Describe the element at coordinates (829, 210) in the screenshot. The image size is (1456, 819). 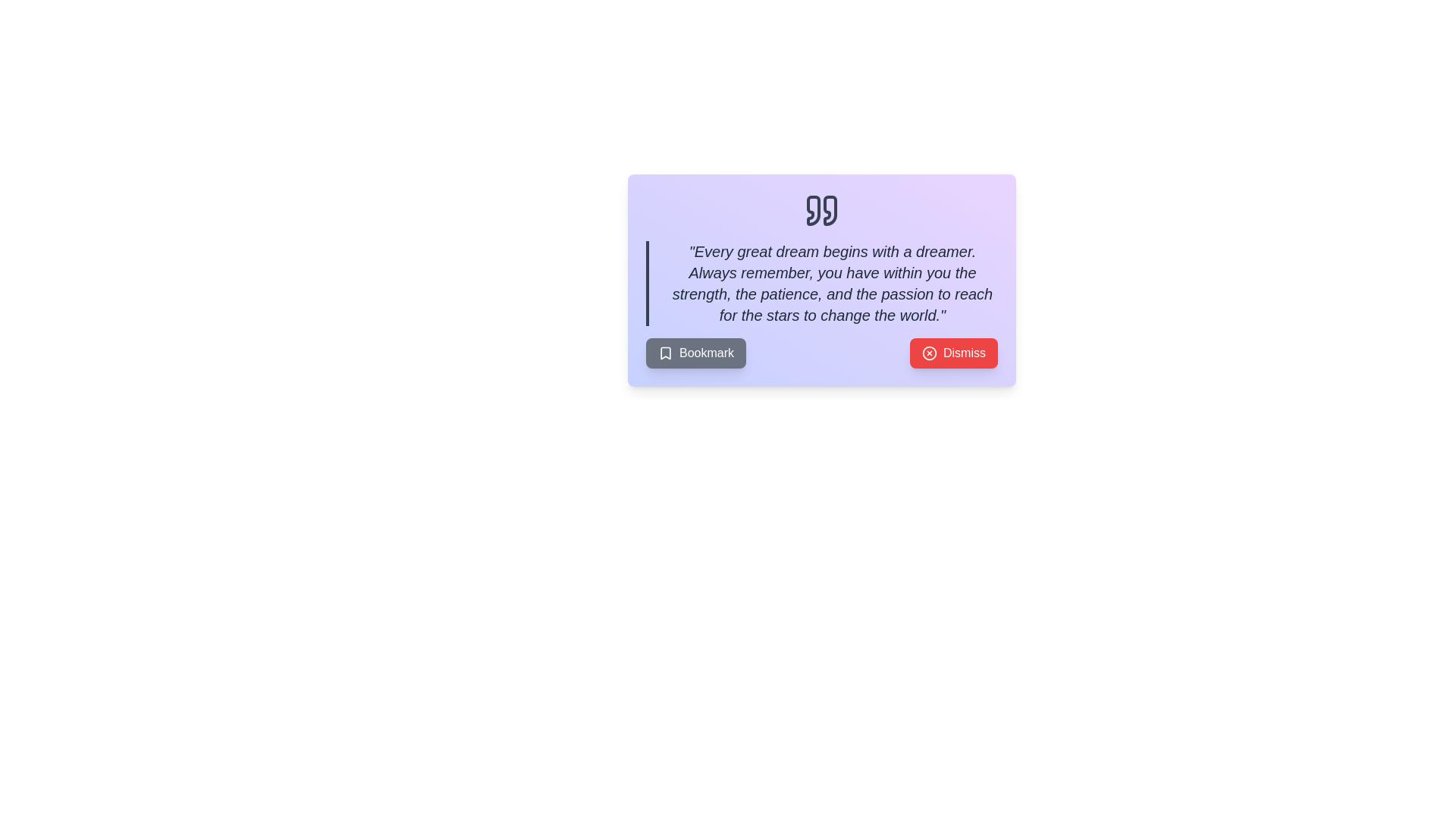
I see `the second curved graphical quotation mark icon located centrally in the header of the card-like component` at that location.